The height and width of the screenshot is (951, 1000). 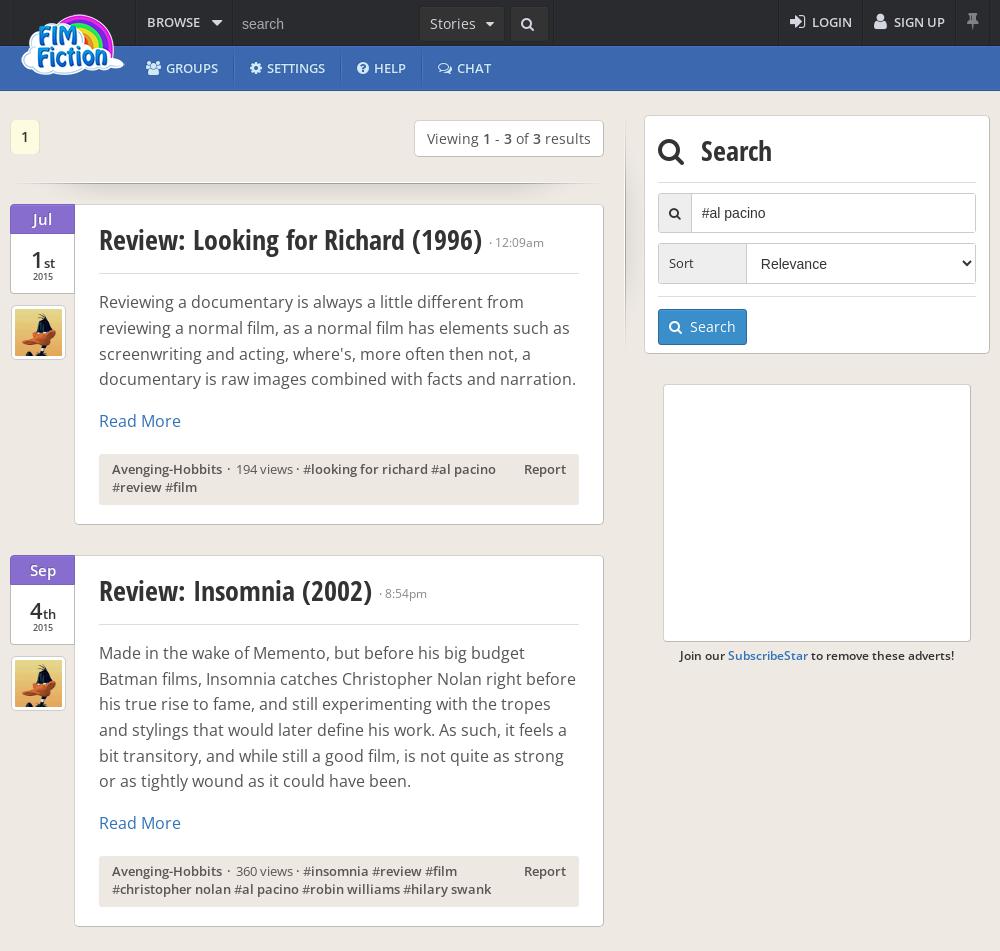 I want to click on 'Sep', so click(x=42, y=567).